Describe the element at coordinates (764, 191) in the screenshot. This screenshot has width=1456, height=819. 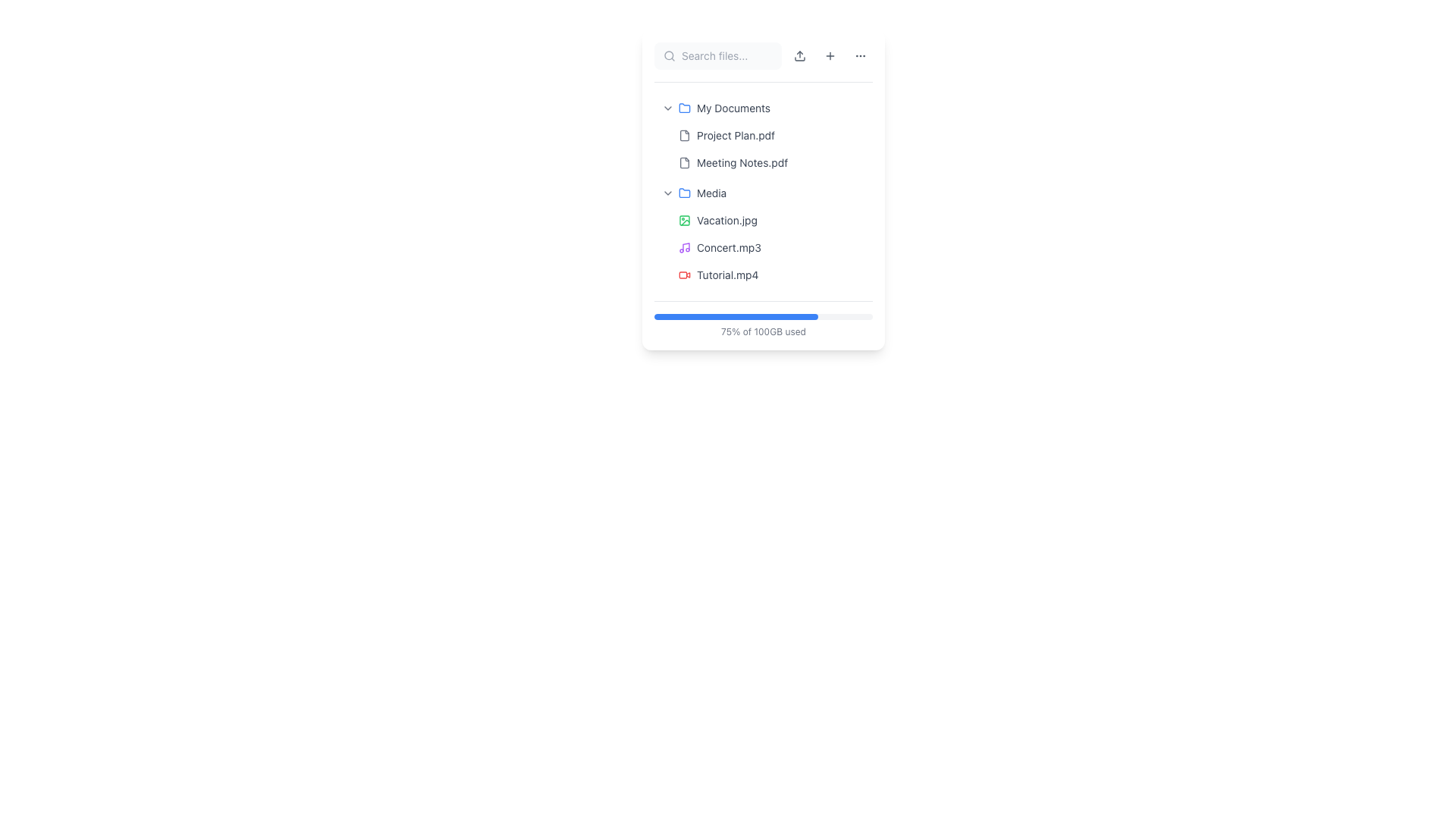
I see `the File list panel located under the 'My Documents' entry` at that location.